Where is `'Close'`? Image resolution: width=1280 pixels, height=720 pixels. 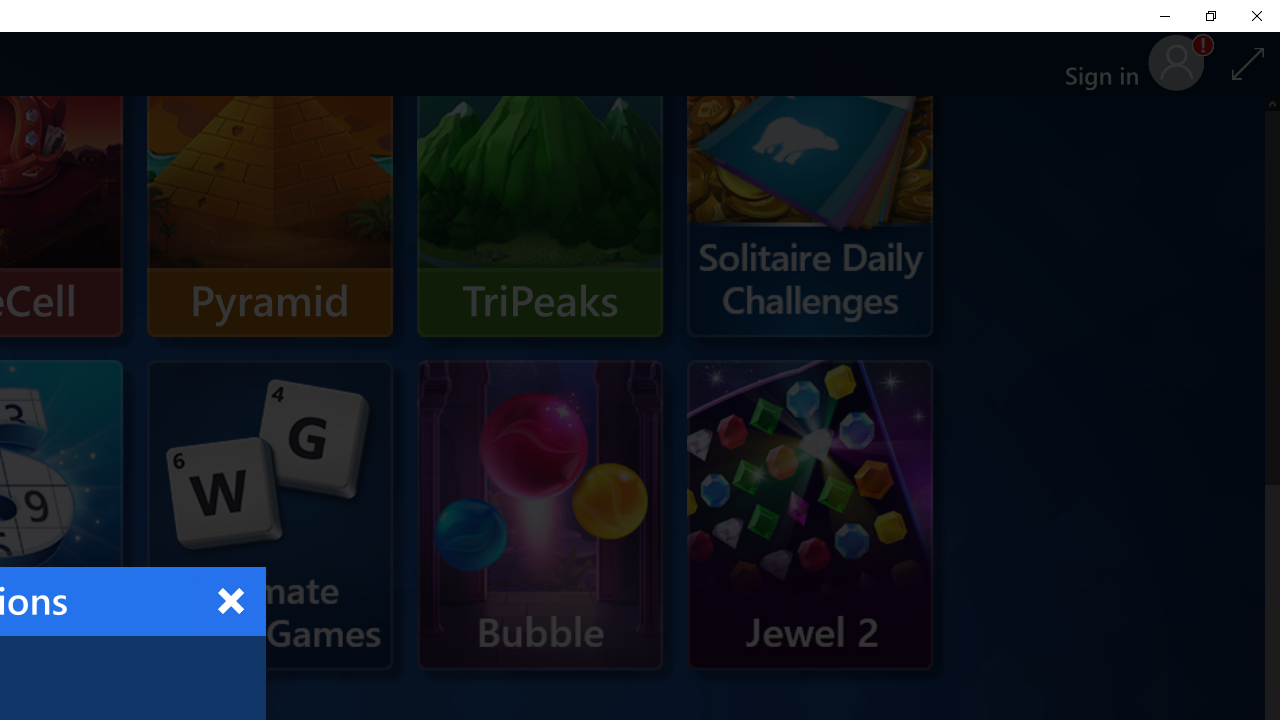
'Close' is located at coordinates (231, 600).